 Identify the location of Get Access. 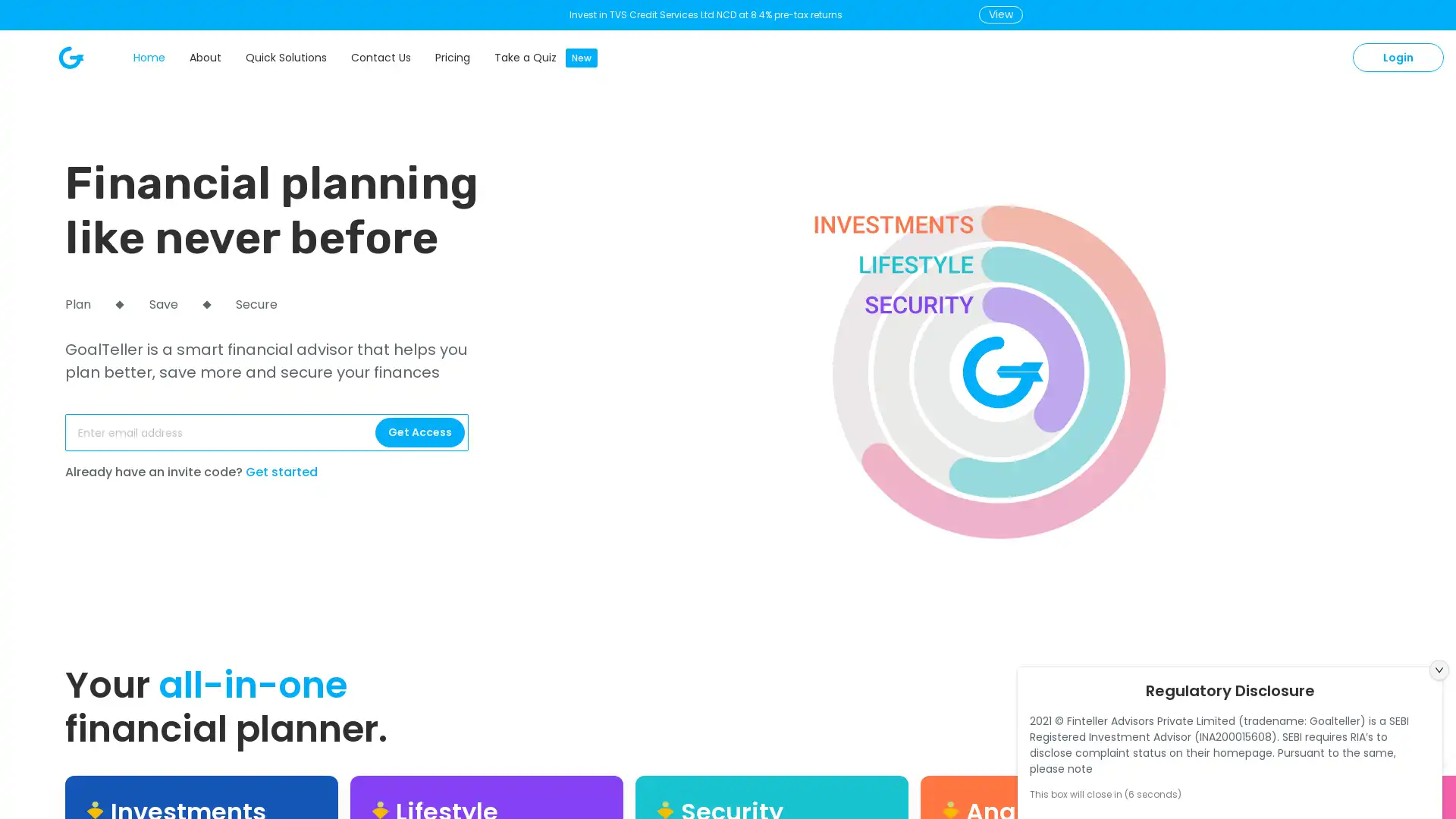
(419, 432).